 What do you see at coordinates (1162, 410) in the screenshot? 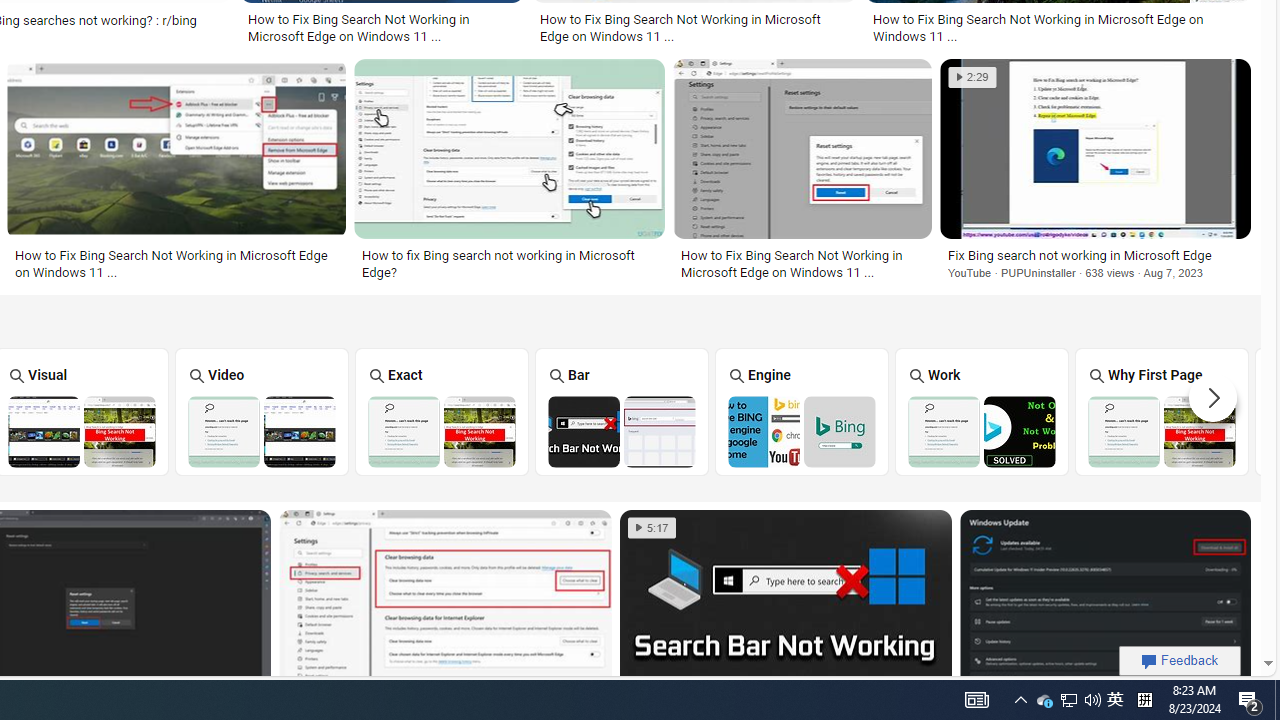
I see `'Why First Page'` at bounding box center [1162, 410].